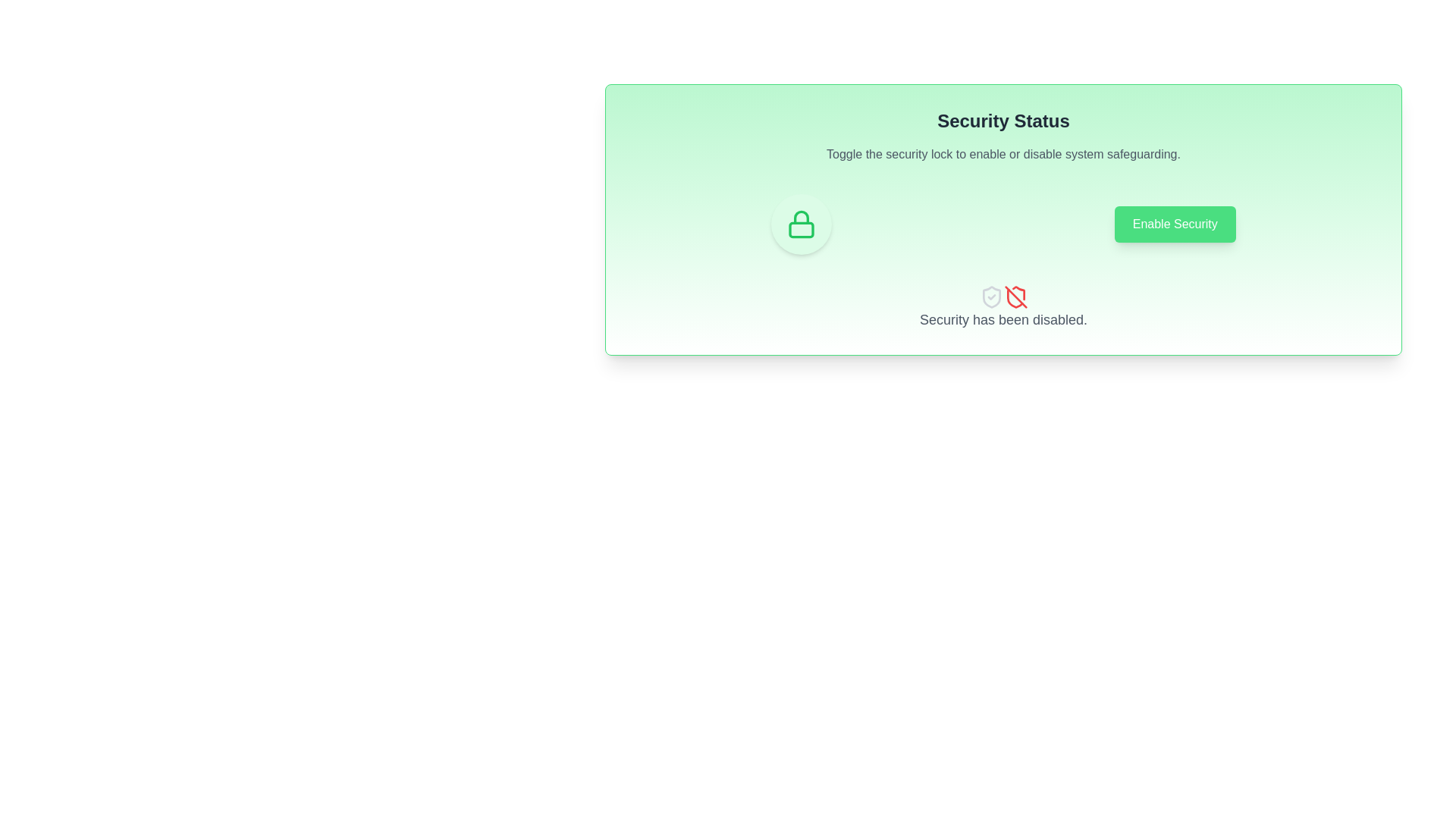 The width and height of the screenshot is (1456, 819). Describe the element at coordinates (1003, 307) in the screenshot. I see `informative text indicating that the security functionality is currently disabled, which is located below the 'Enable Security' button in the lower center of the interface` at that location.